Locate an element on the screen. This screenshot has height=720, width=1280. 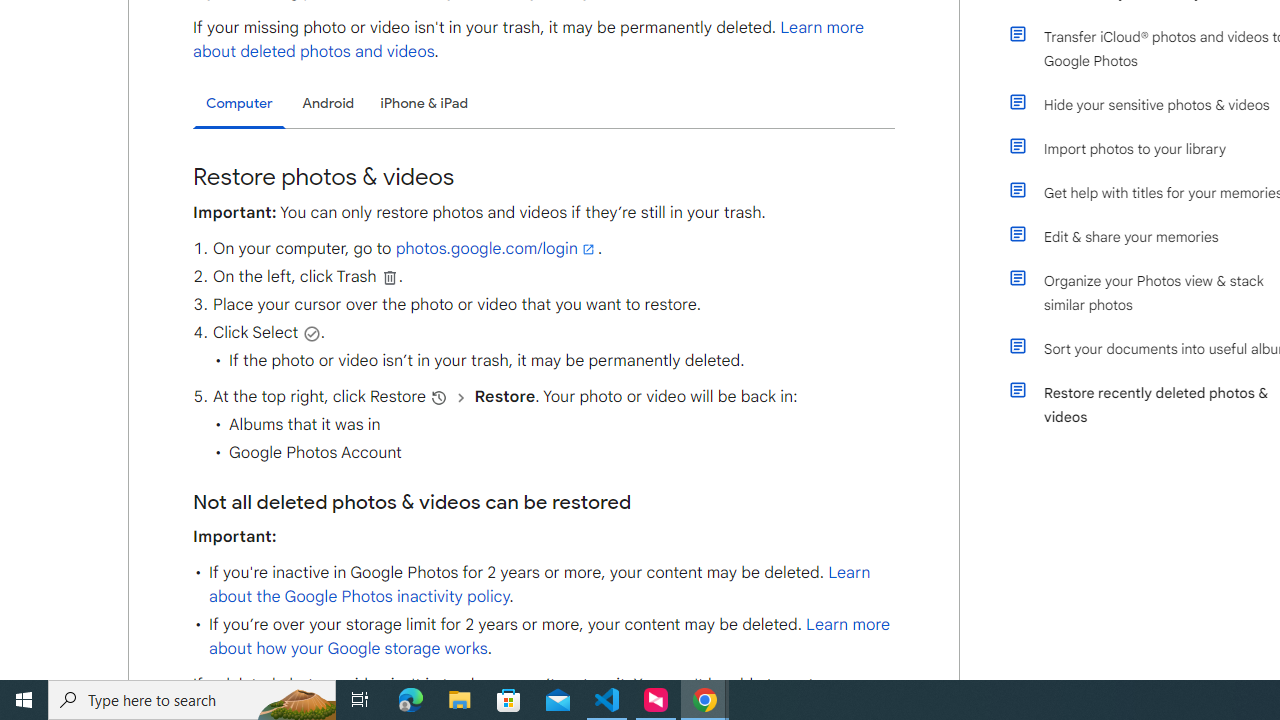
'photos.google.com/login' is located at coordinates (496, 248).